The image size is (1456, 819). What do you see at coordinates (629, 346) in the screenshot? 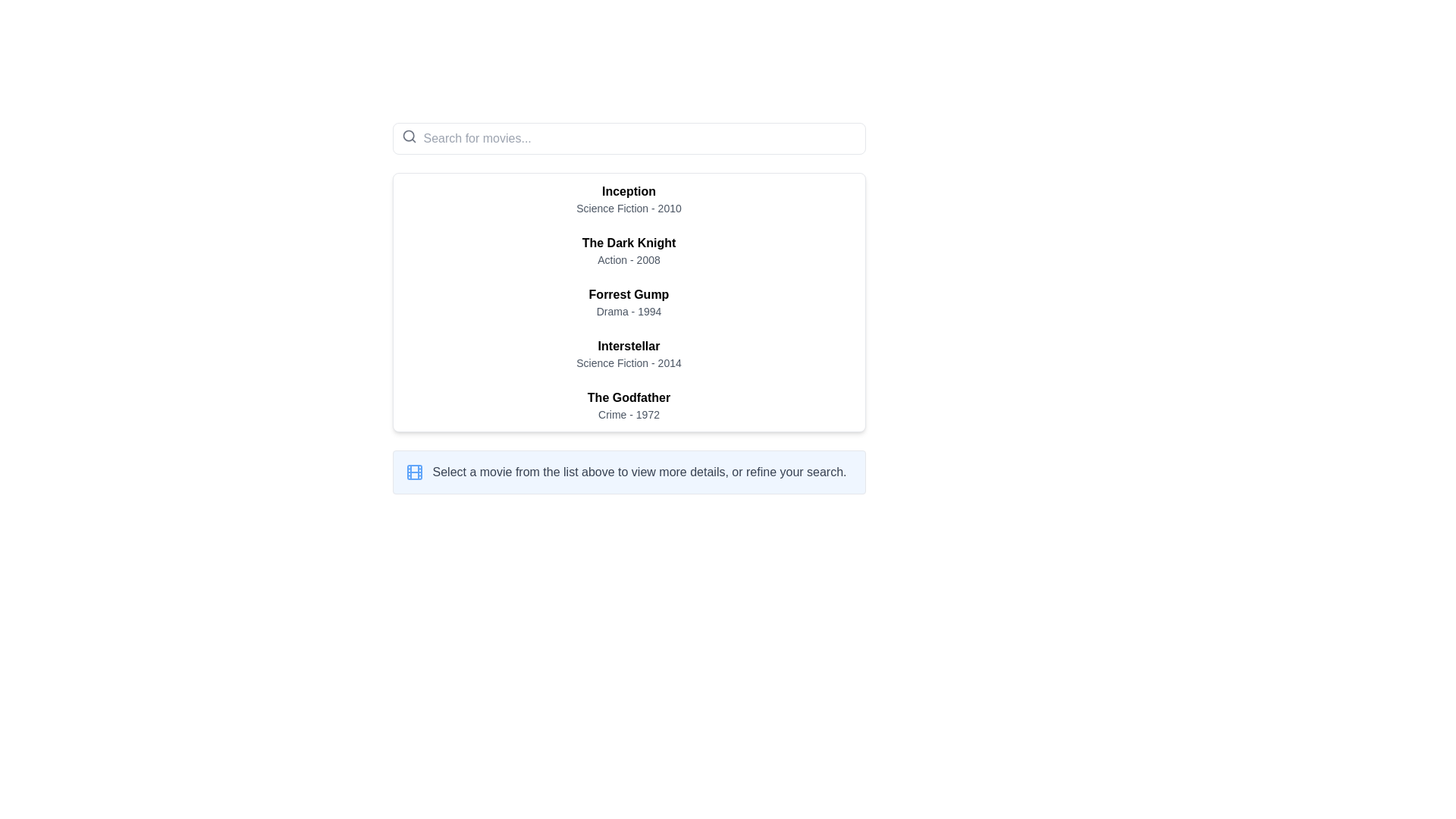
I see `title text element 'Interstellar', which is the fourth item in the movie list, located in the middle section` at bounding box center [629, 346].